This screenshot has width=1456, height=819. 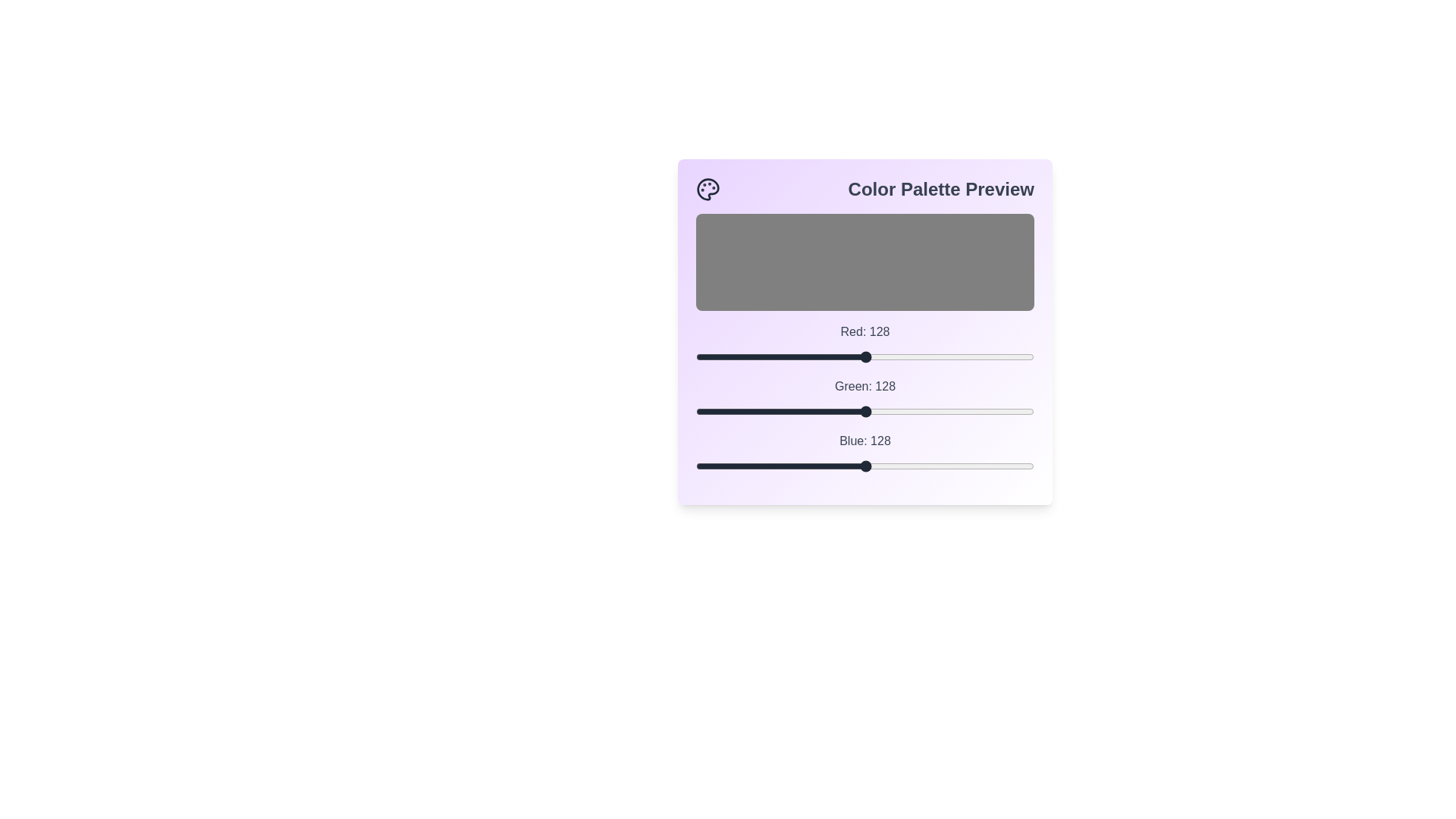 What do you see at coordinates (865, 262) in the screenshot?
I see `the color displayed in the Color preview panel located below the title and above the RGB sliders` at bounding box center [865, 262].